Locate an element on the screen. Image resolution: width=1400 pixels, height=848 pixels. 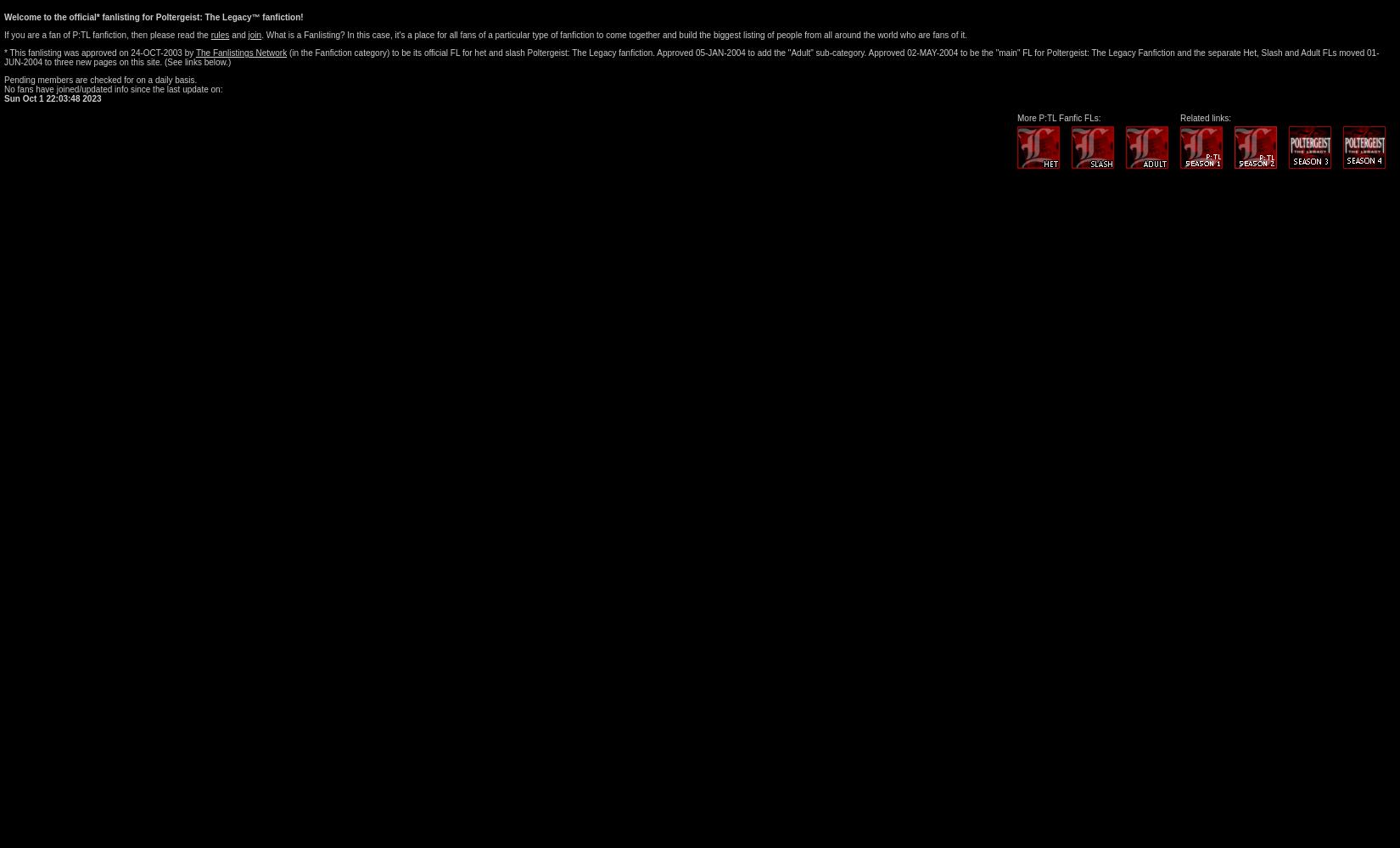
'The 
        Fanlistings Network' is located at coordinates (240, 53).